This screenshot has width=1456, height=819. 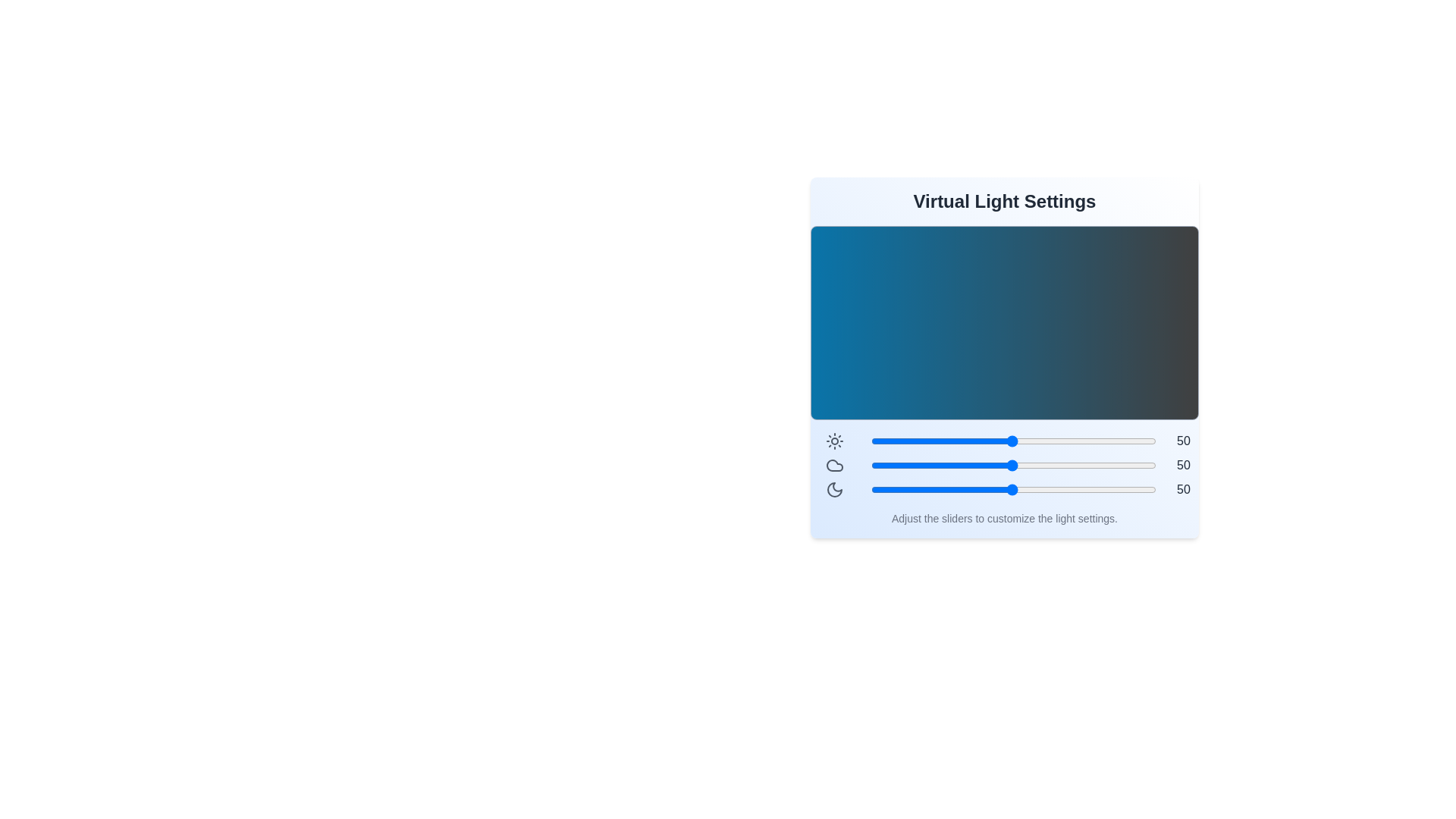 I want to click on the saturation slider to 97, so click(x=1147, y=489).